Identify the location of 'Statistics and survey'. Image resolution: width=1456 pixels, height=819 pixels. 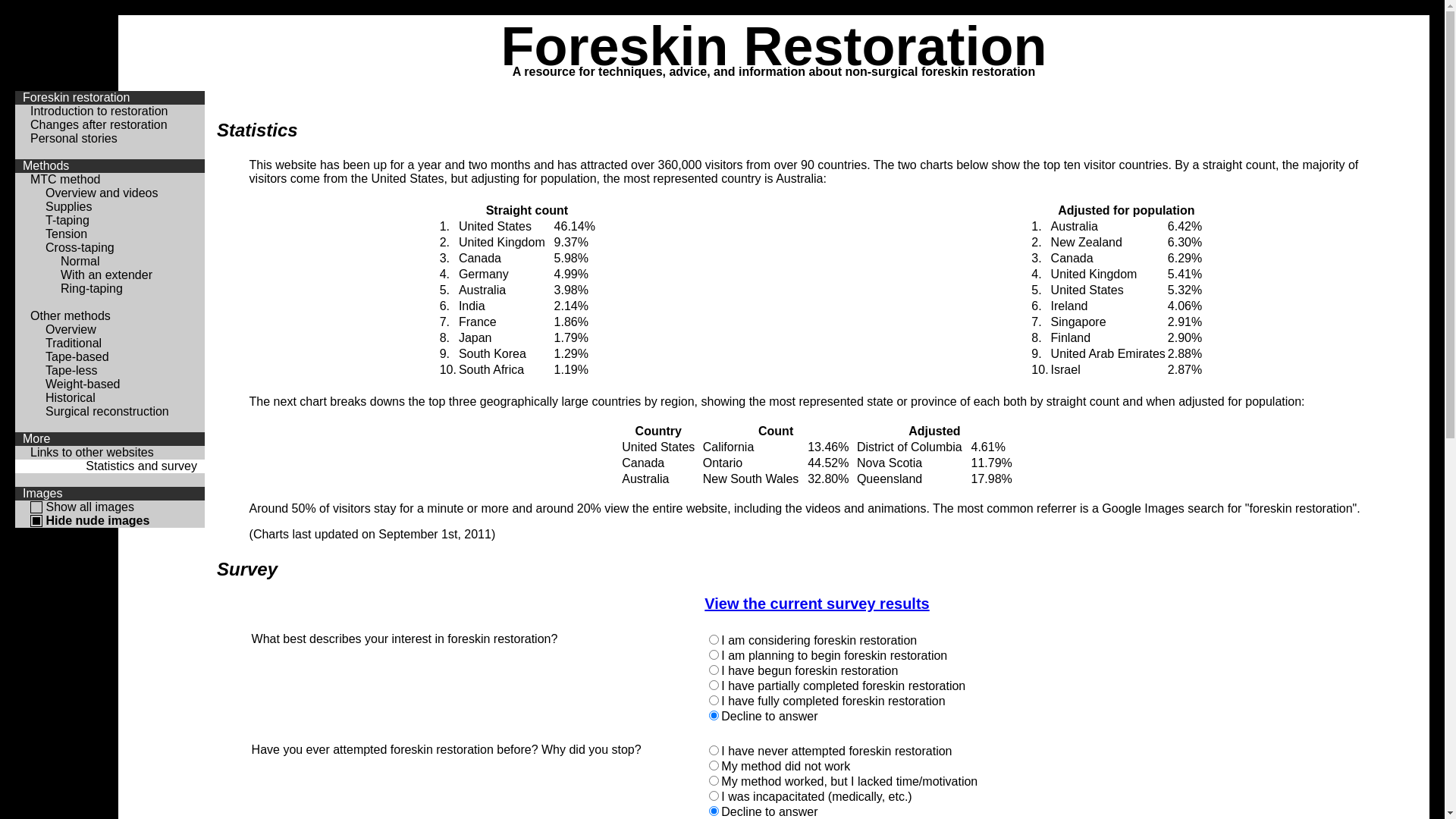
(141, 465).